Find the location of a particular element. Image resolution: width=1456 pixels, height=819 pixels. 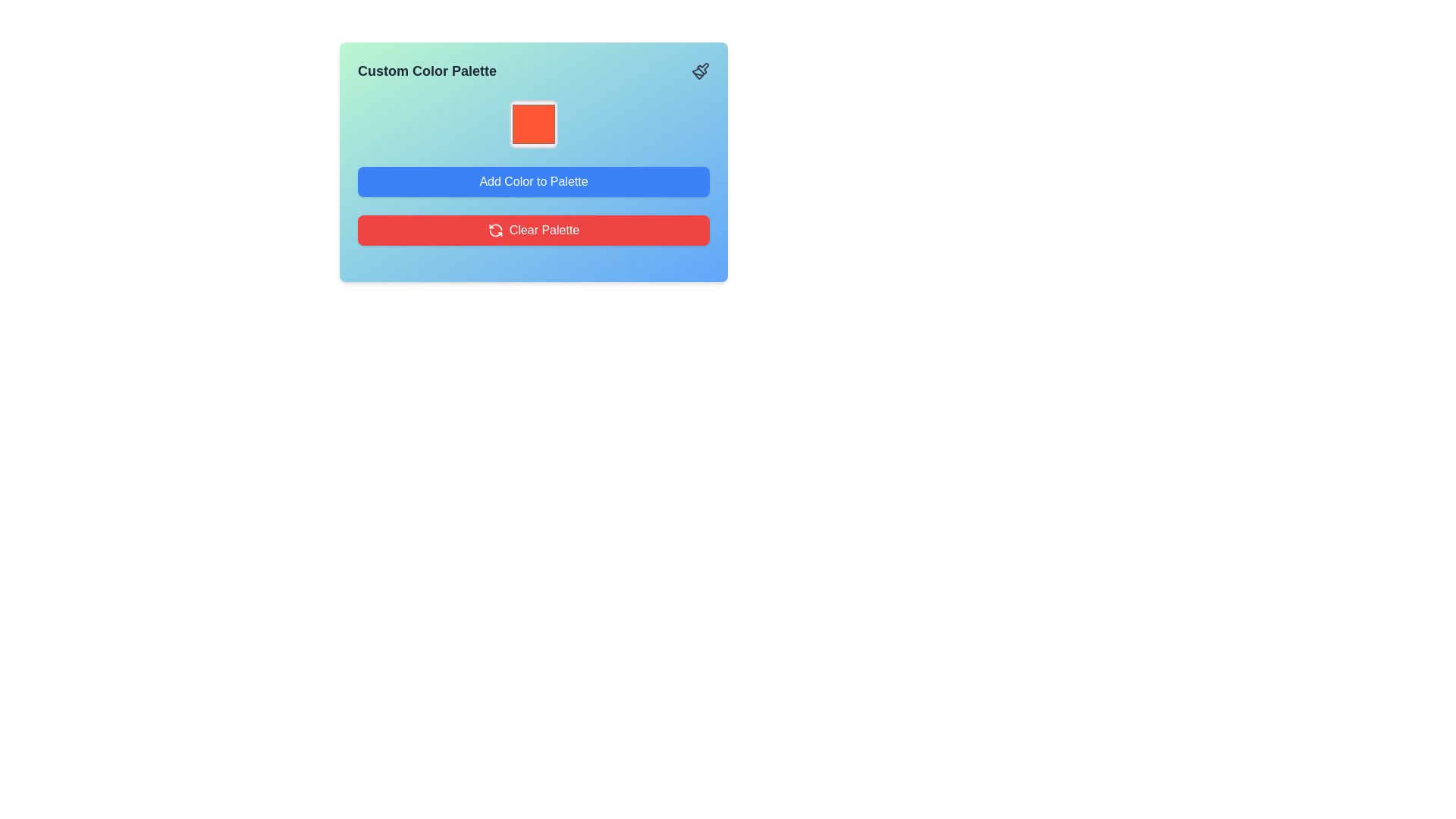

the button that clears the current color palette, located at the bottom of the 'Custom Color Palette' section is located at coordinates (534, 231).